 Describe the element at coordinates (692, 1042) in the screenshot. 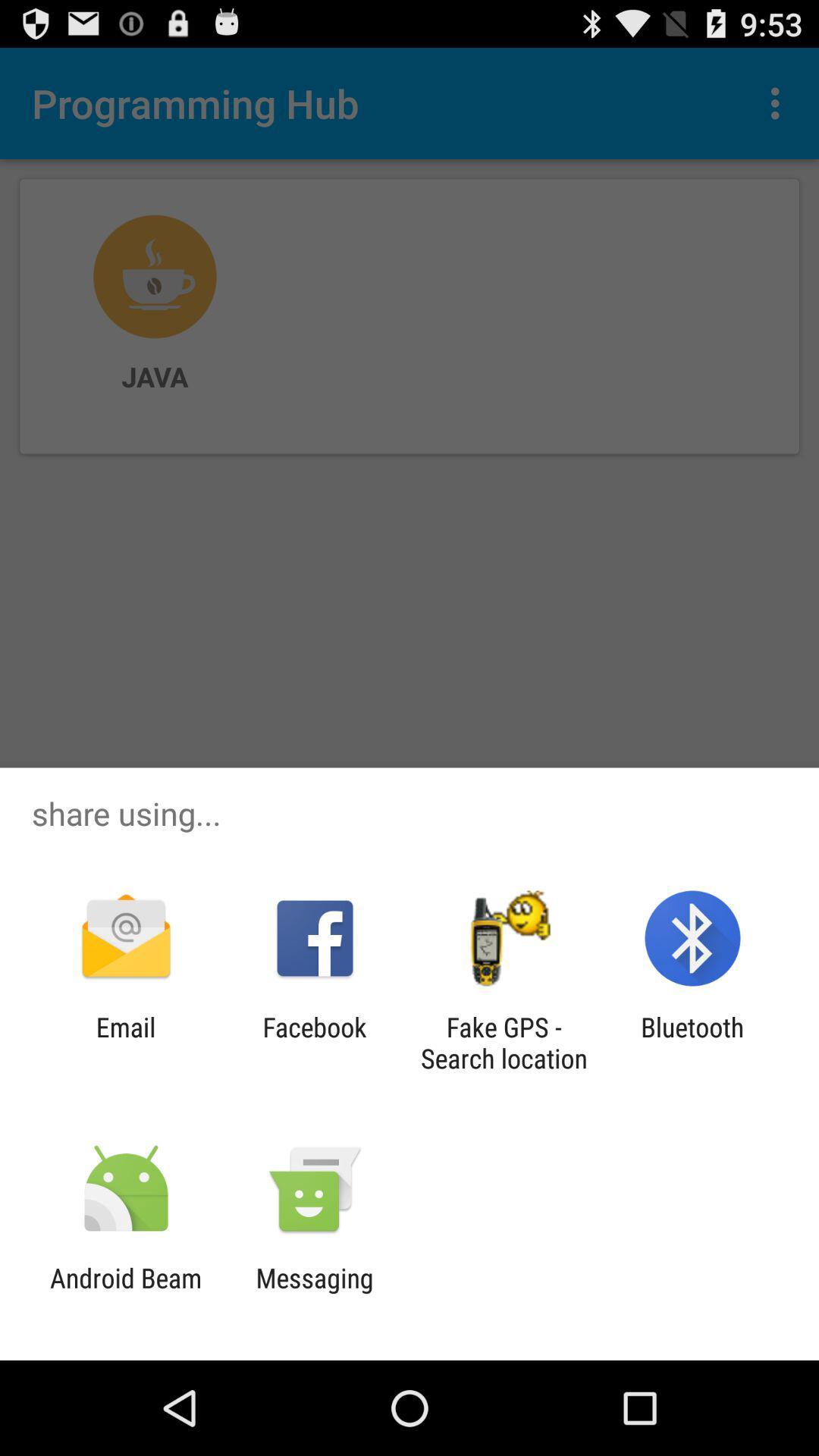

I see `bluetooth app` at that location.